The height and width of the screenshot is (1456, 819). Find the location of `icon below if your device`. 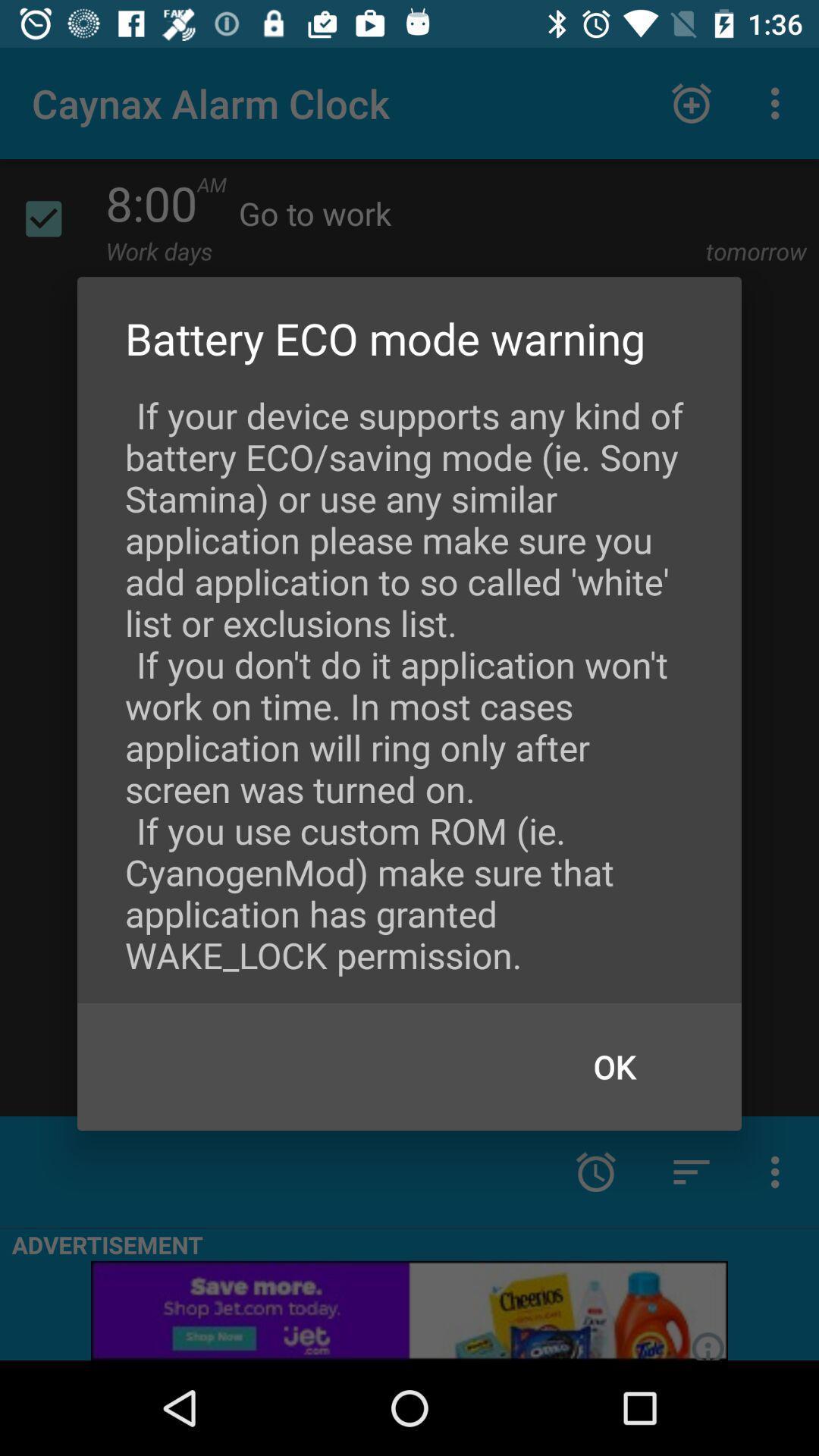

icon below if your device is located at coordinates (614, 1065).